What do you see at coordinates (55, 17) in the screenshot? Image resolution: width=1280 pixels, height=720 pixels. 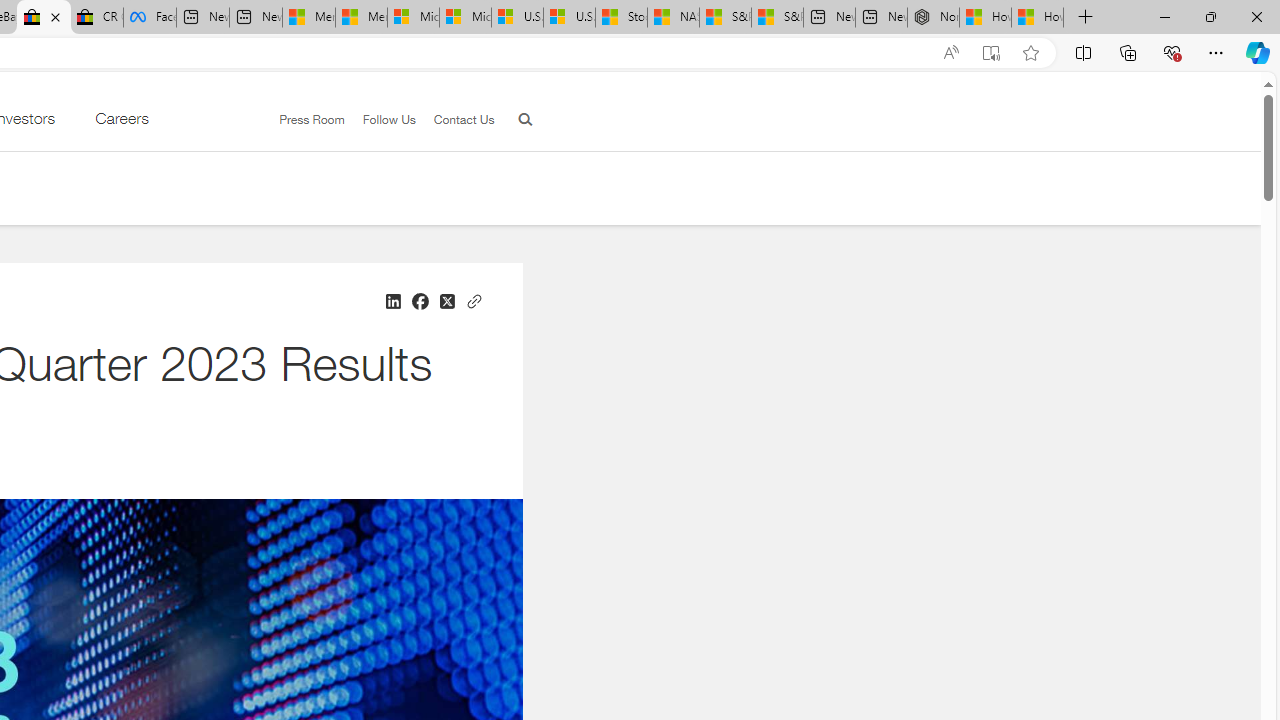 I see `'Close tab'` at bounding box center [55, 17].